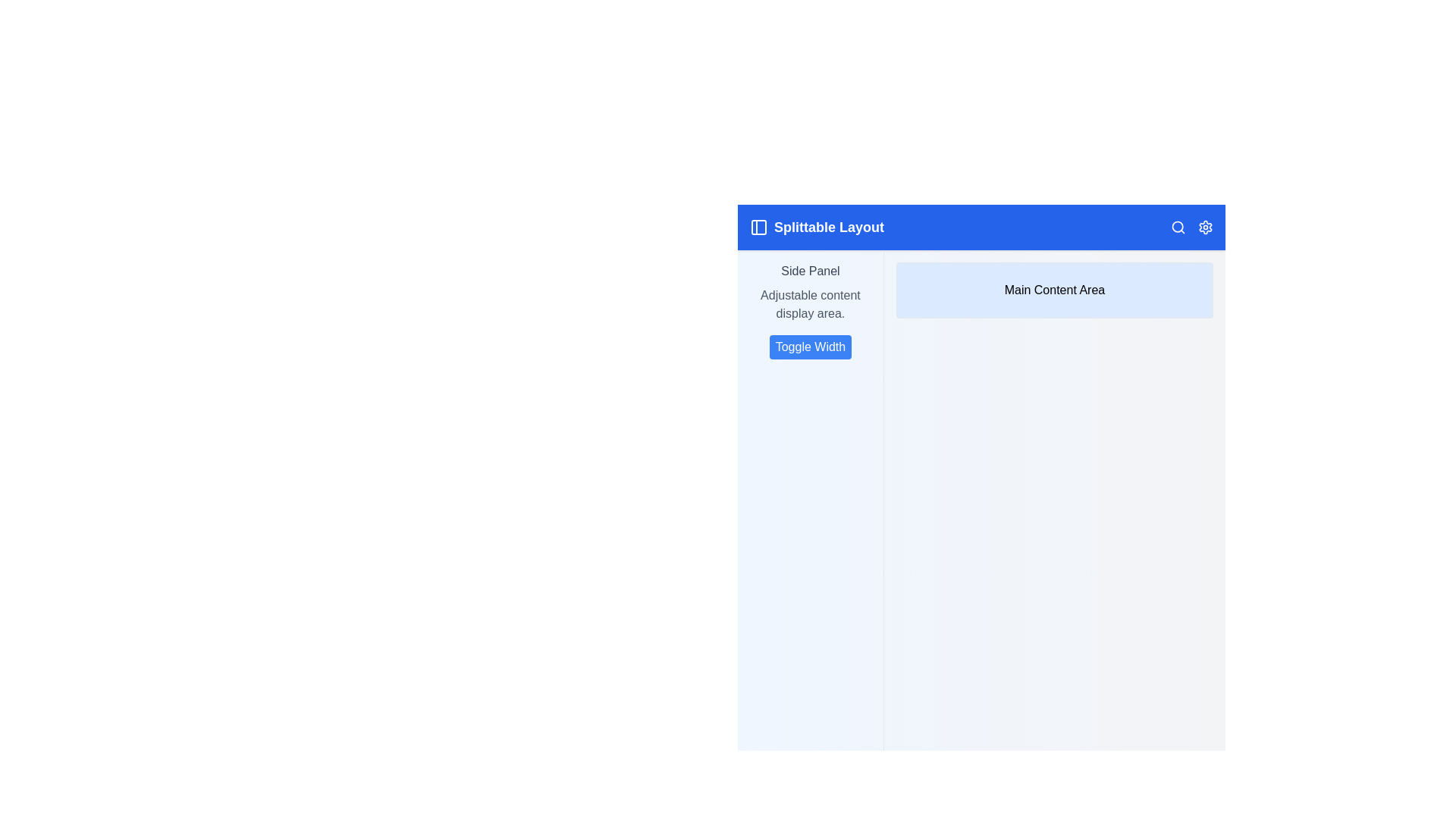 The height and width of the screenshot is (819, 1456). Describe the element at coordinates (1204, 227) in the screenshot. I see `the settings button, which is the last icon in the top right corner of the interface` at that location.